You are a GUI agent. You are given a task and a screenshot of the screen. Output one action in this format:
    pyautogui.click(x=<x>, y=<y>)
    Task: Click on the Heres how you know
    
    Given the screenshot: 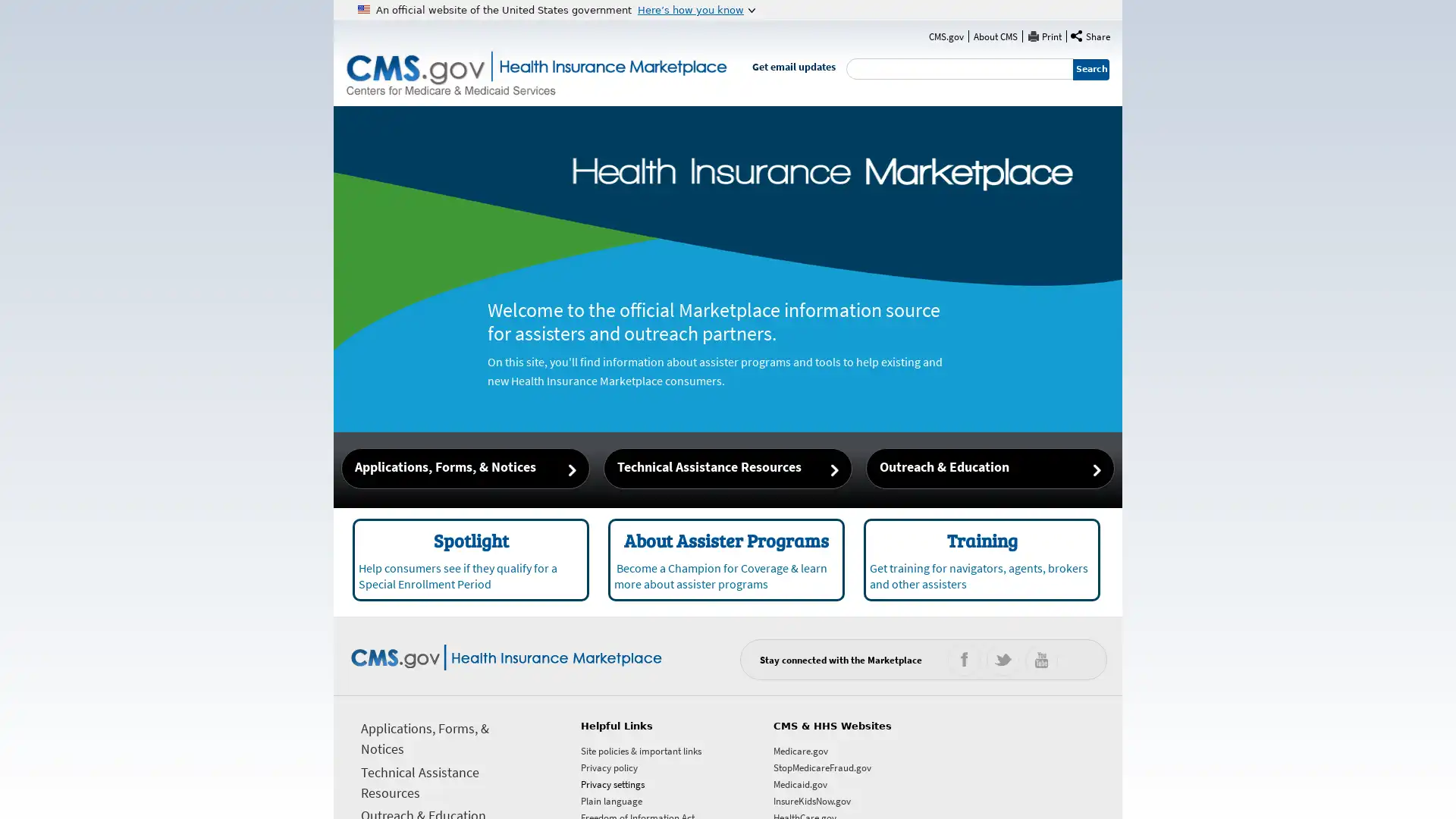 What is the action you would take?
    pyautogui.click(x=695, y=9)
    